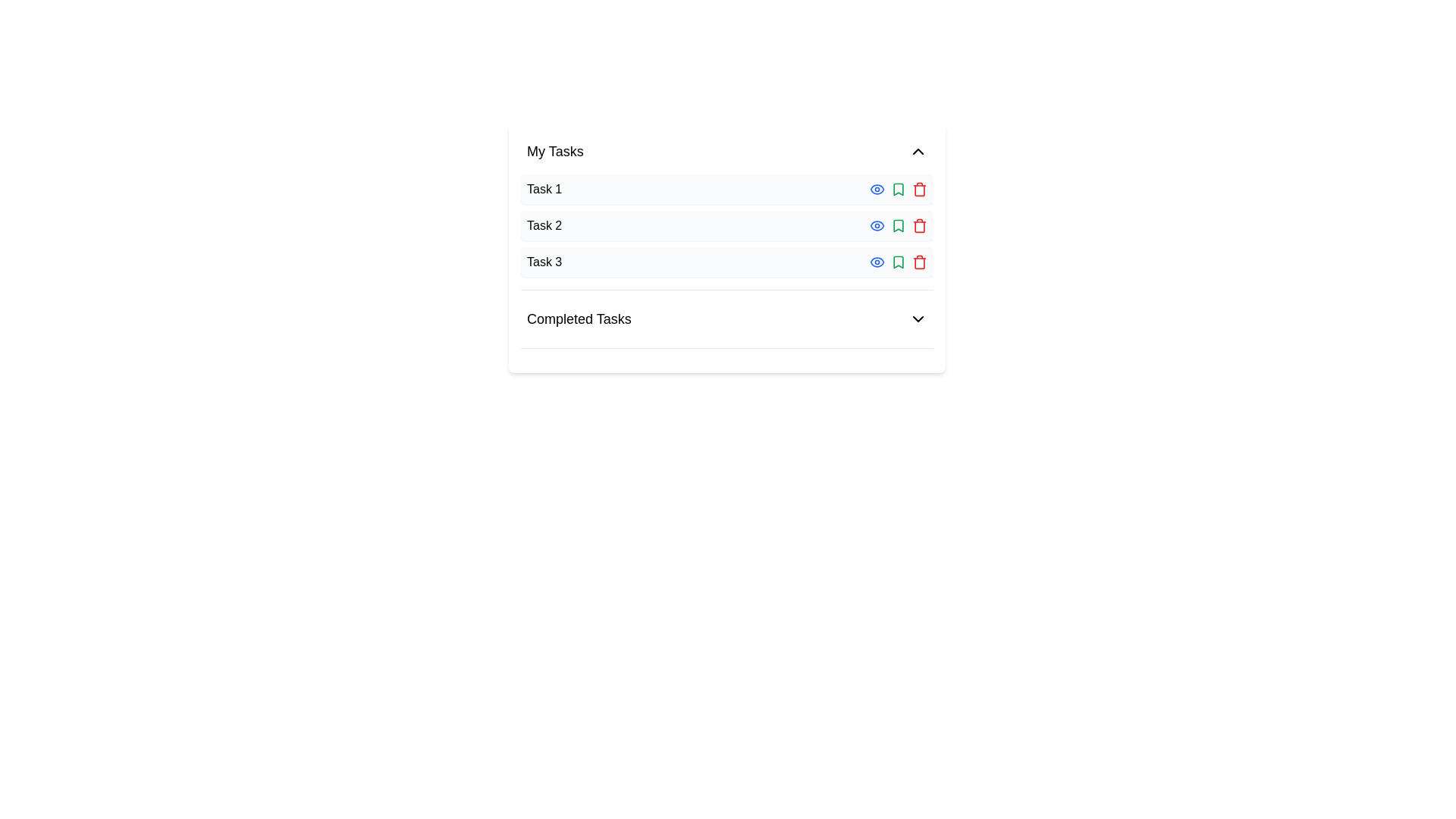  What do you see at coordinates (899, 189) in the screenshot?
I see `the green bookmark icon, located between the eye icon and the trash can icon in the 'Task 1' row, to observe its styling change` at bounding box center [899, 189].